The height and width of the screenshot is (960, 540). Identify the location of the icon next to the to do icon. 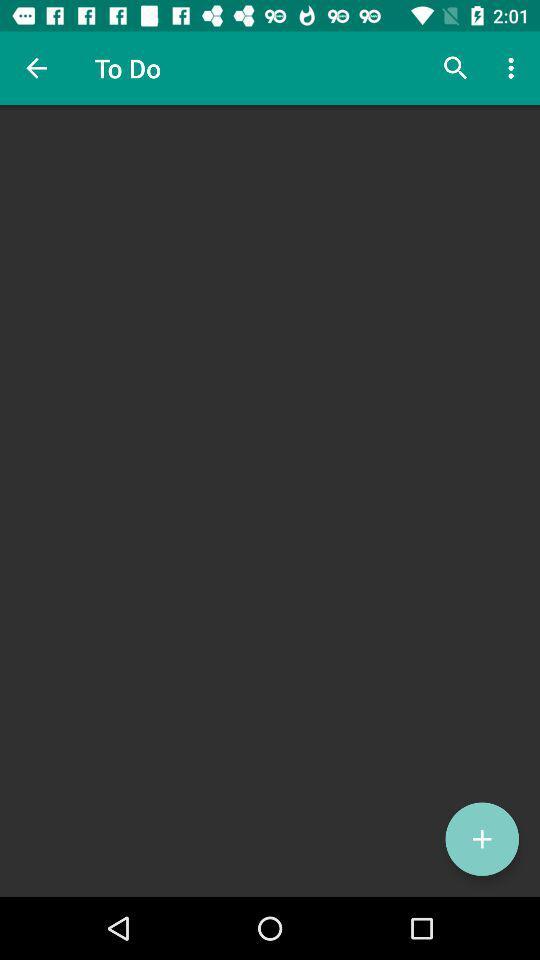
(36, 68).